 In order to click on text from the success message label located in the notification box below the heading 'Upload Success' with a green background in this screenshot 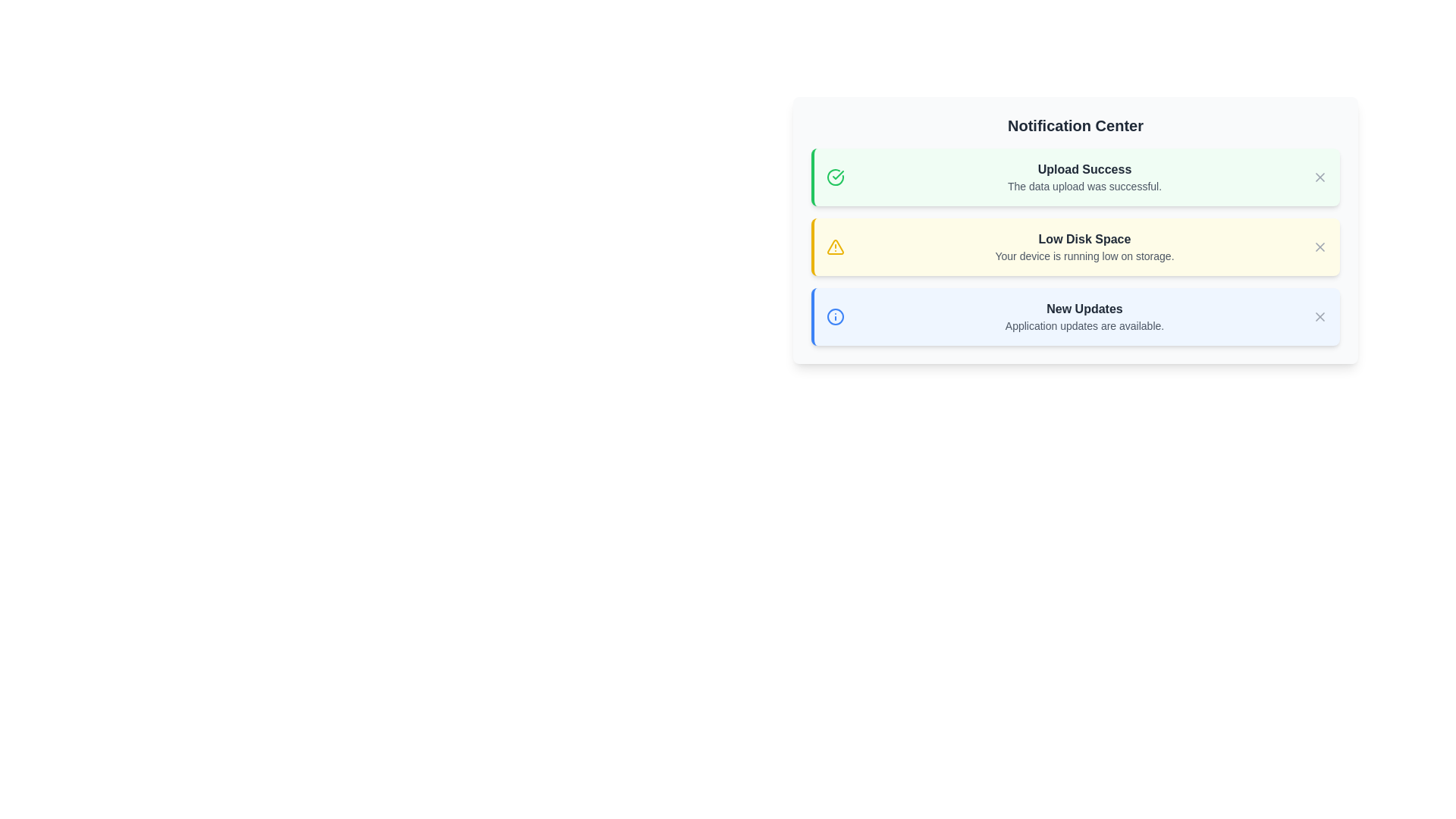, I will do `click(1084, 186)`.